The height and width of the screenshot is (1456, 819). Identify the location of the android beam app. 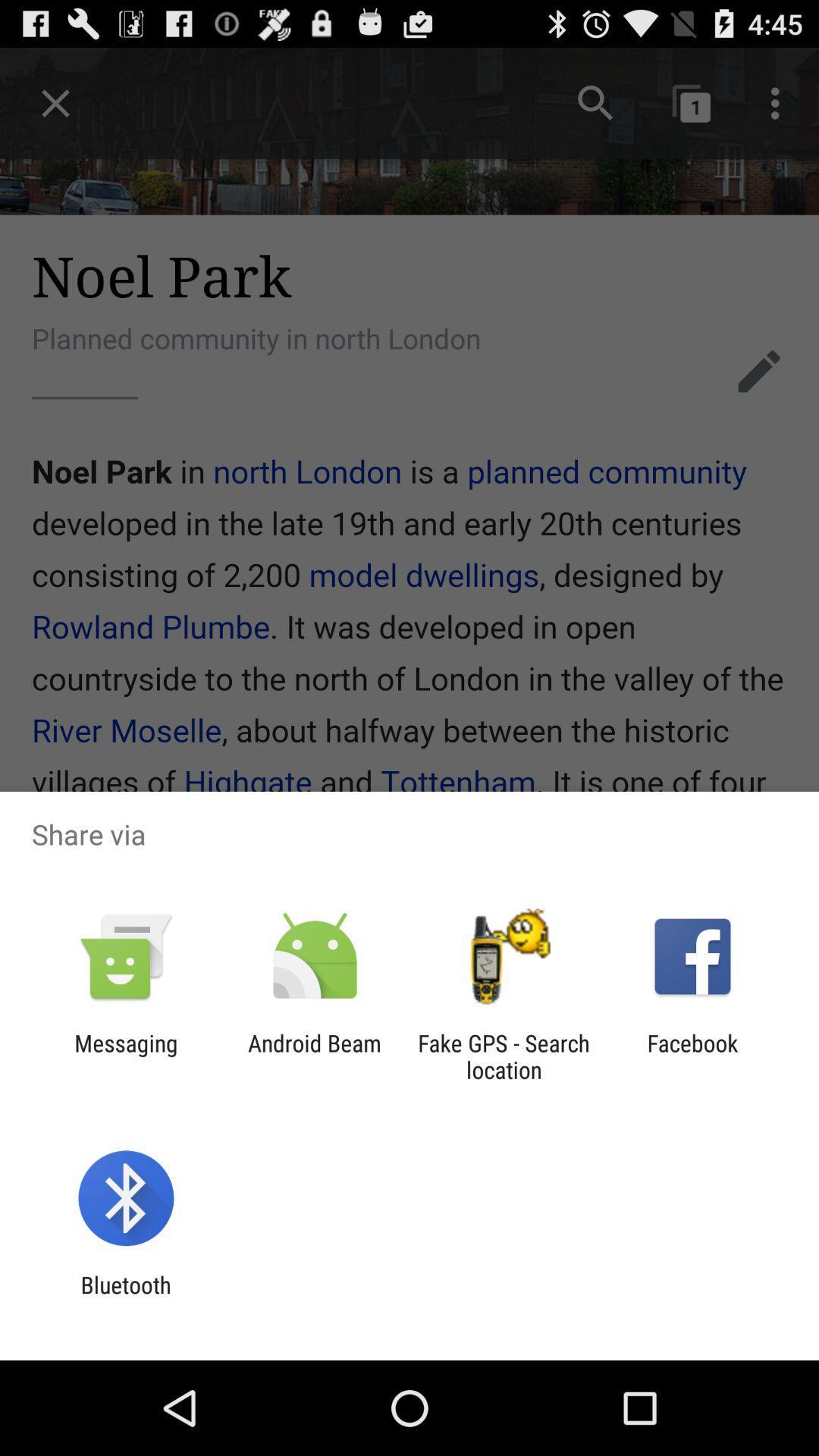
(314, 1056).